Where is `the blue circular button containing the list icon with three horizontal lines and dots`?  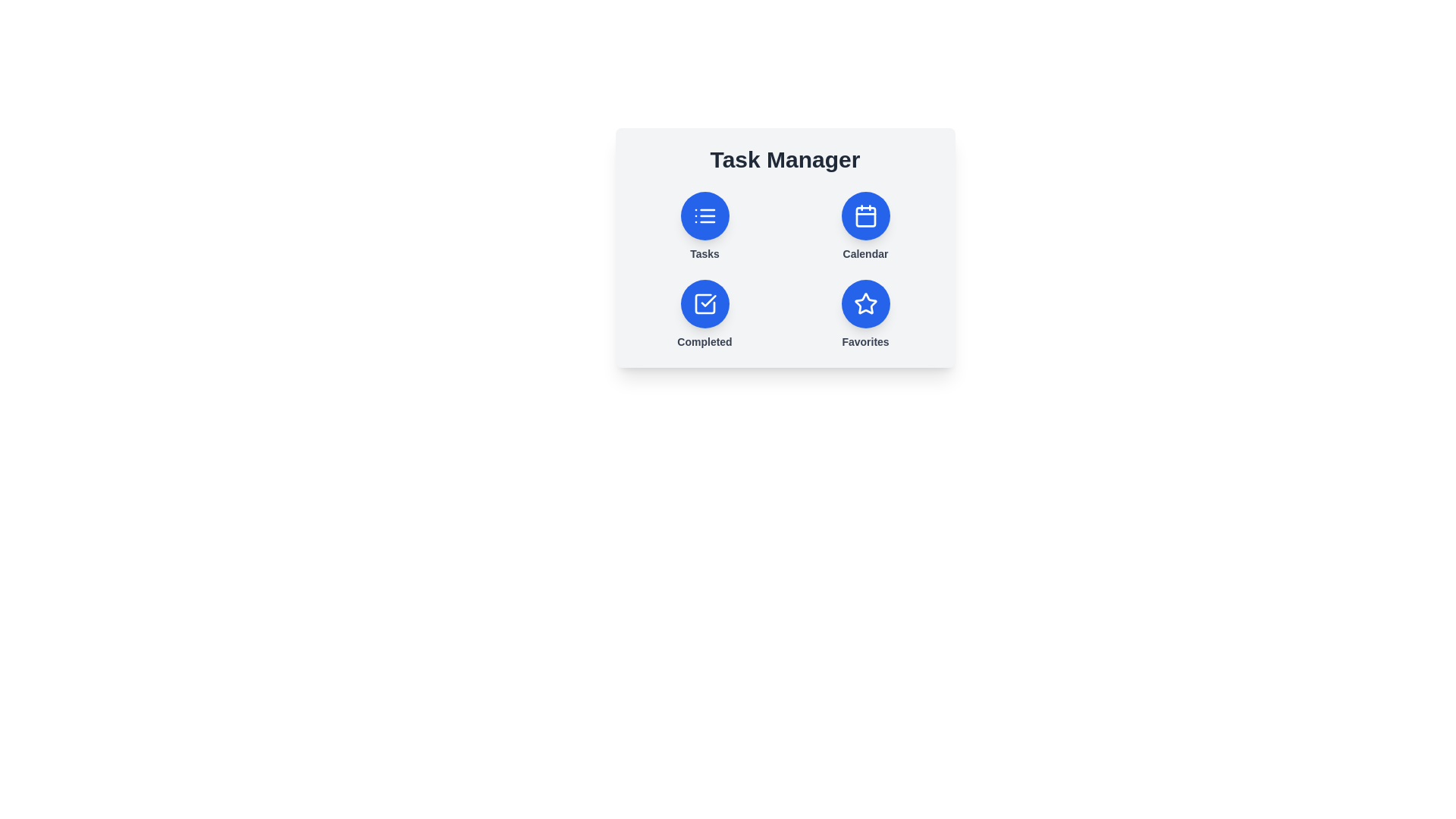 the blue circular button containing the list icon with three horizontal lines and dots is located at coordinates (704, 216).